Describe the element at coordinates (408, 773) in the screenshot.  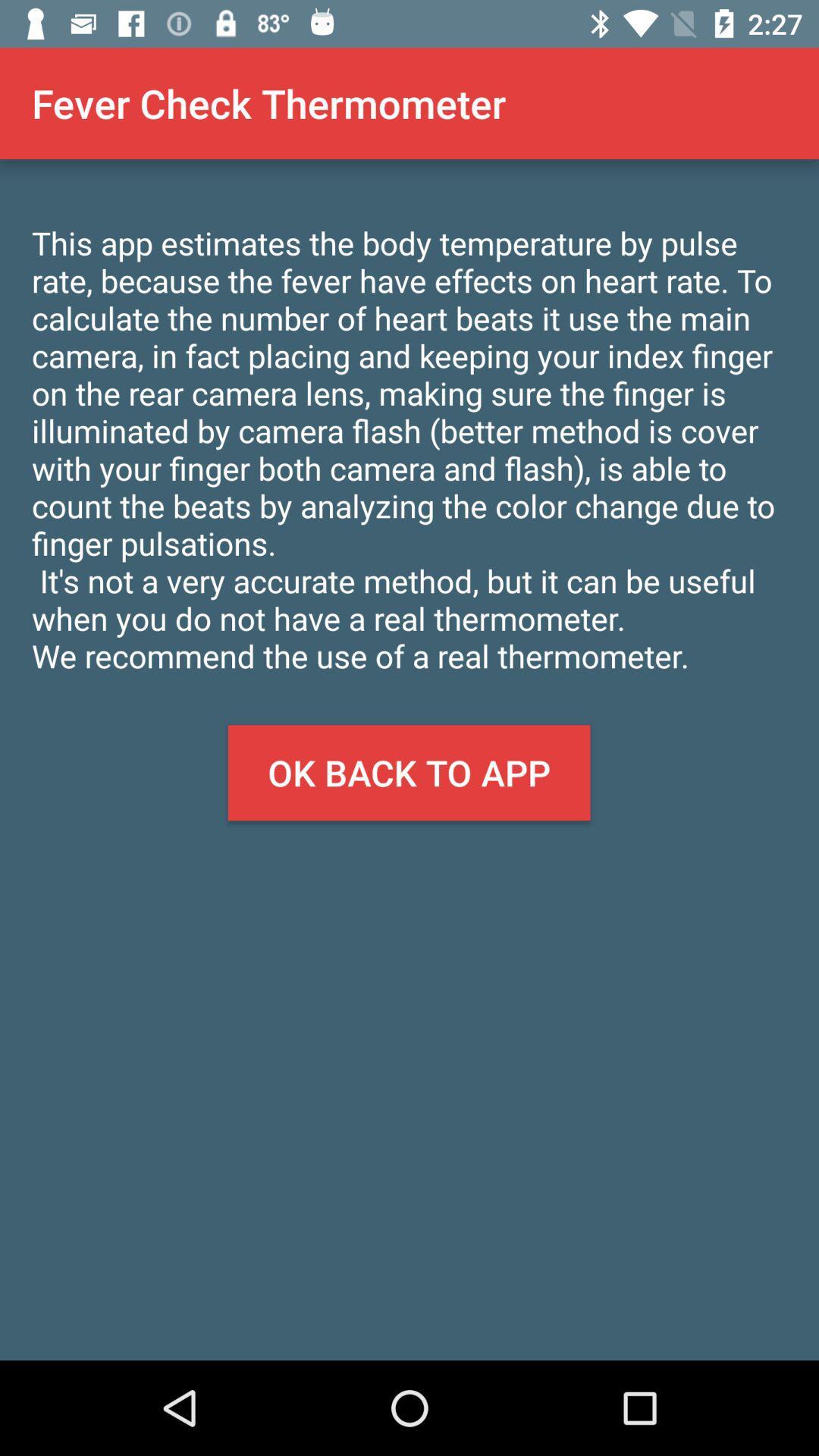
I see `the item below the this app estimates app` at that location.